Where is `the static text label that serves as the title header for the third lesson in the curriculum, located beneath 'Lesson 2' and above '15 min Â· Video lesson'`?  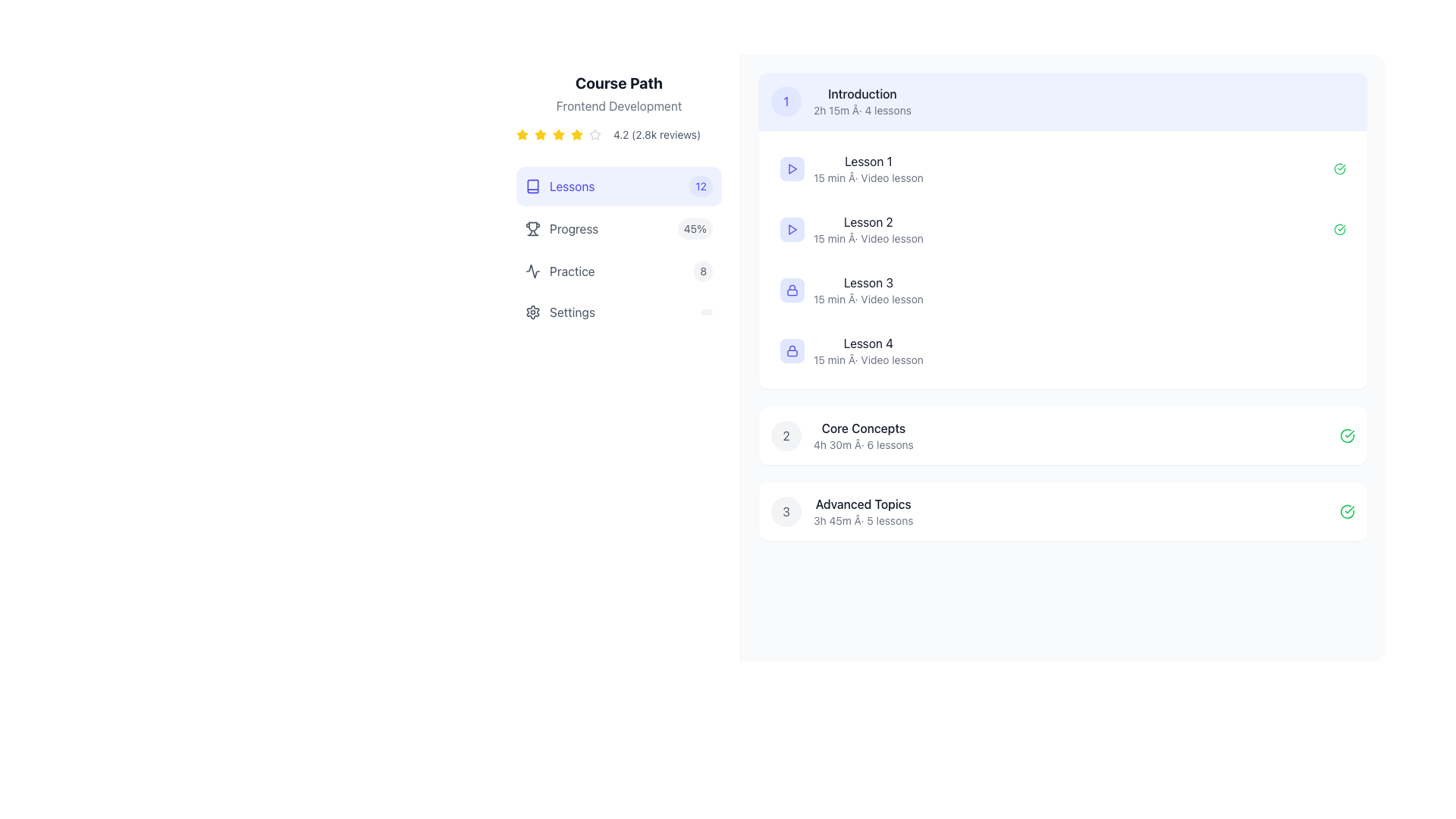 the static text label that serves as the title header for the third lesson in the curriculum, located beneath 'Lesson 2' and above '15 min Â· Video lesson' is located at coordinates (868, 283).